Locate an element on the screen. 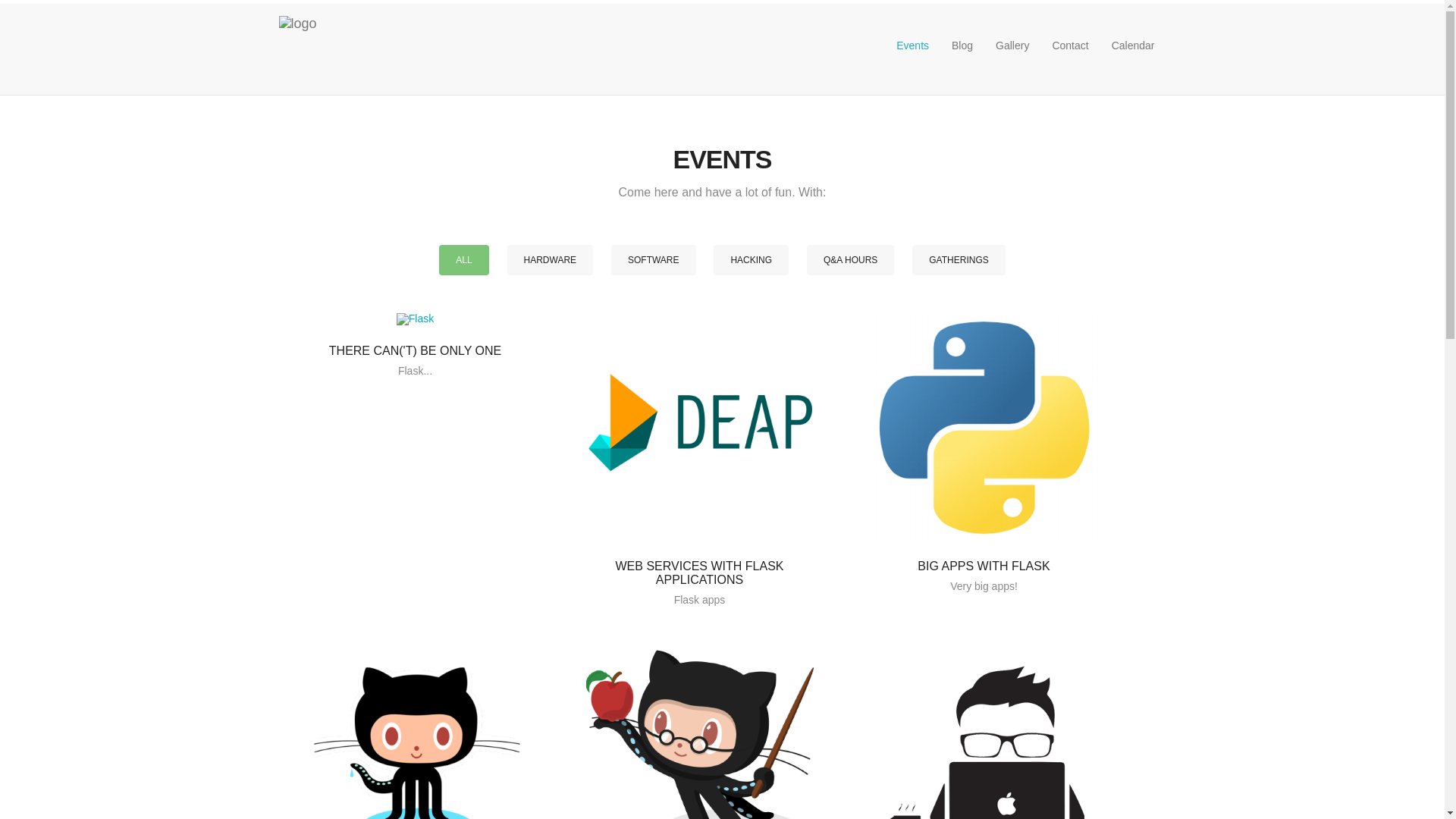 Image resolution: width=1456 pixels, height=819 pixels. 'SOFTWARE' is located at coordinates (611, 259).